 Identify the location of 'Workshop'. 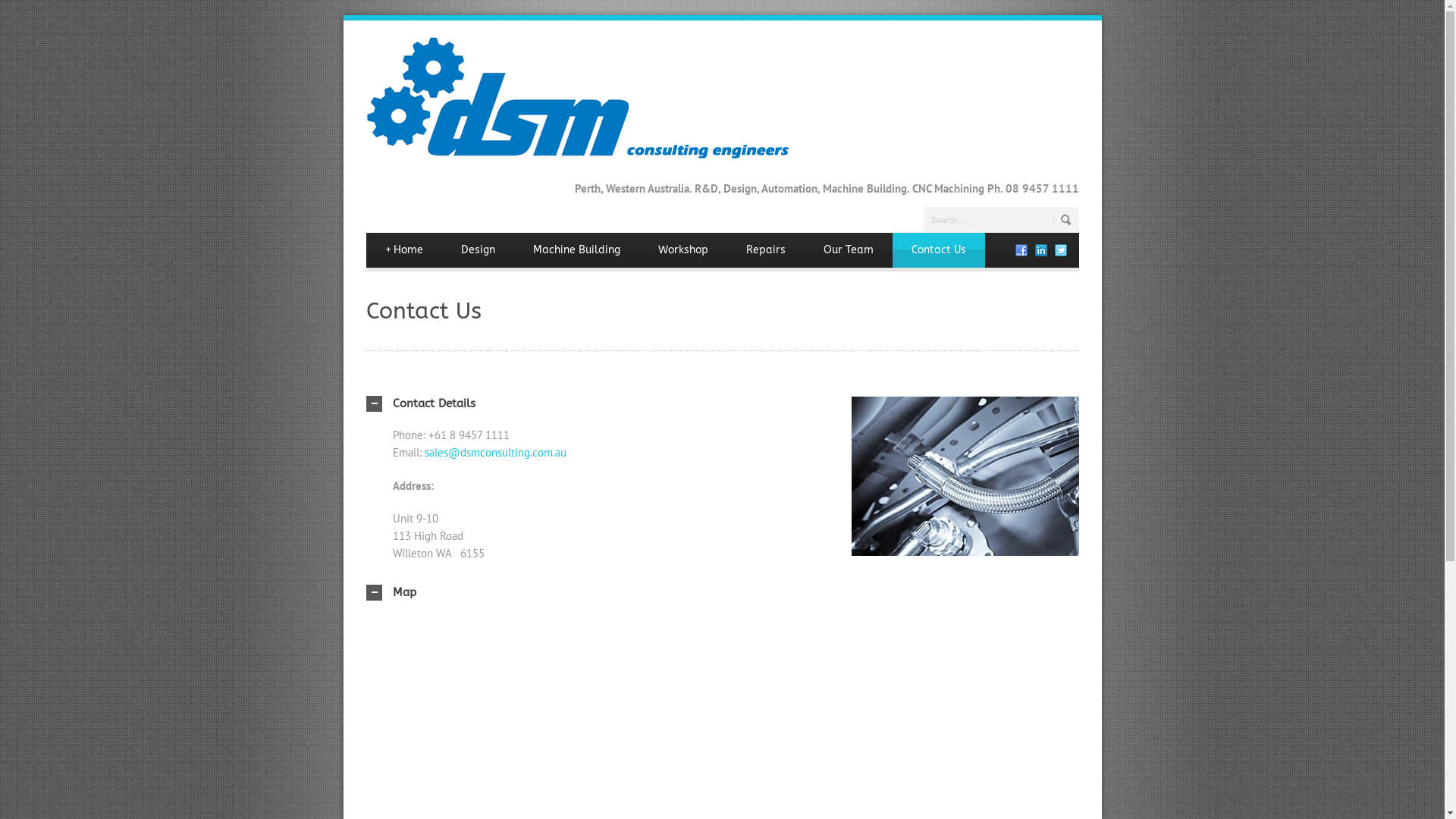
(682, 248).